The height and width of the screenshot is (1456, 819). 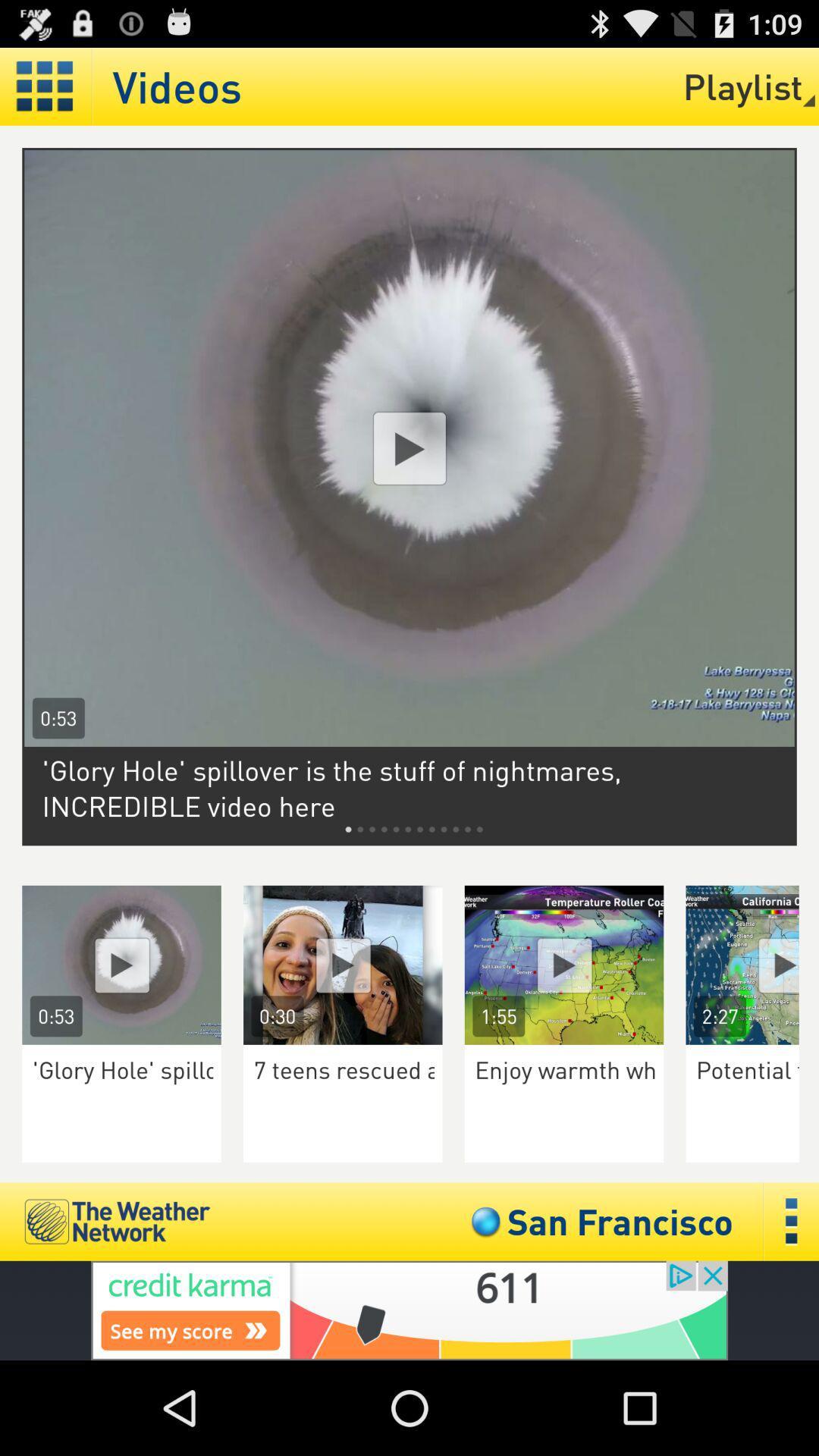 What do you see at coordinates (409, 447) in the screenshot?
I see `video` at bounding box center [409, 447].